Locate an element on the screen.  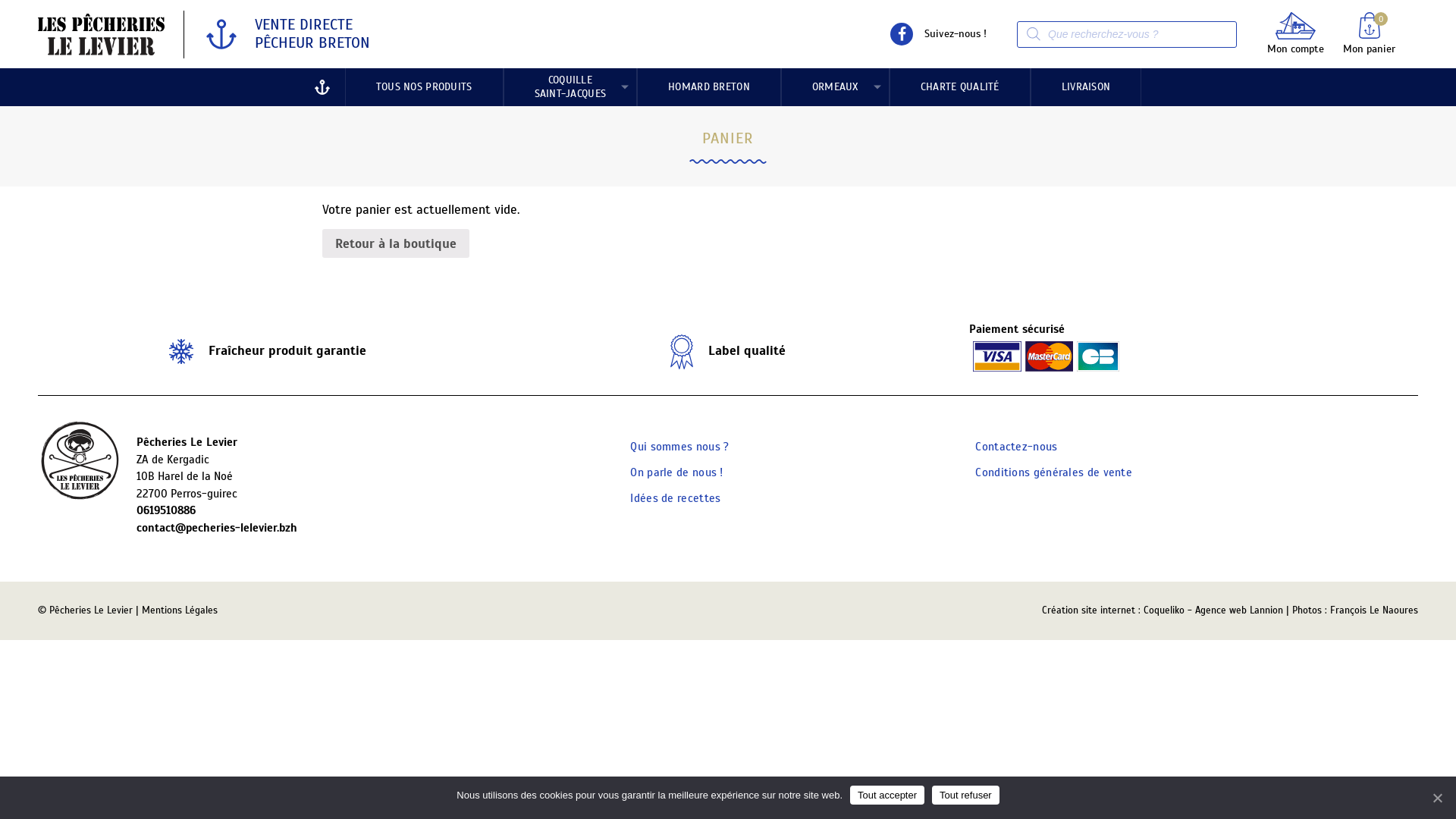
'Mon panier is located at coordinates (1369, 33).